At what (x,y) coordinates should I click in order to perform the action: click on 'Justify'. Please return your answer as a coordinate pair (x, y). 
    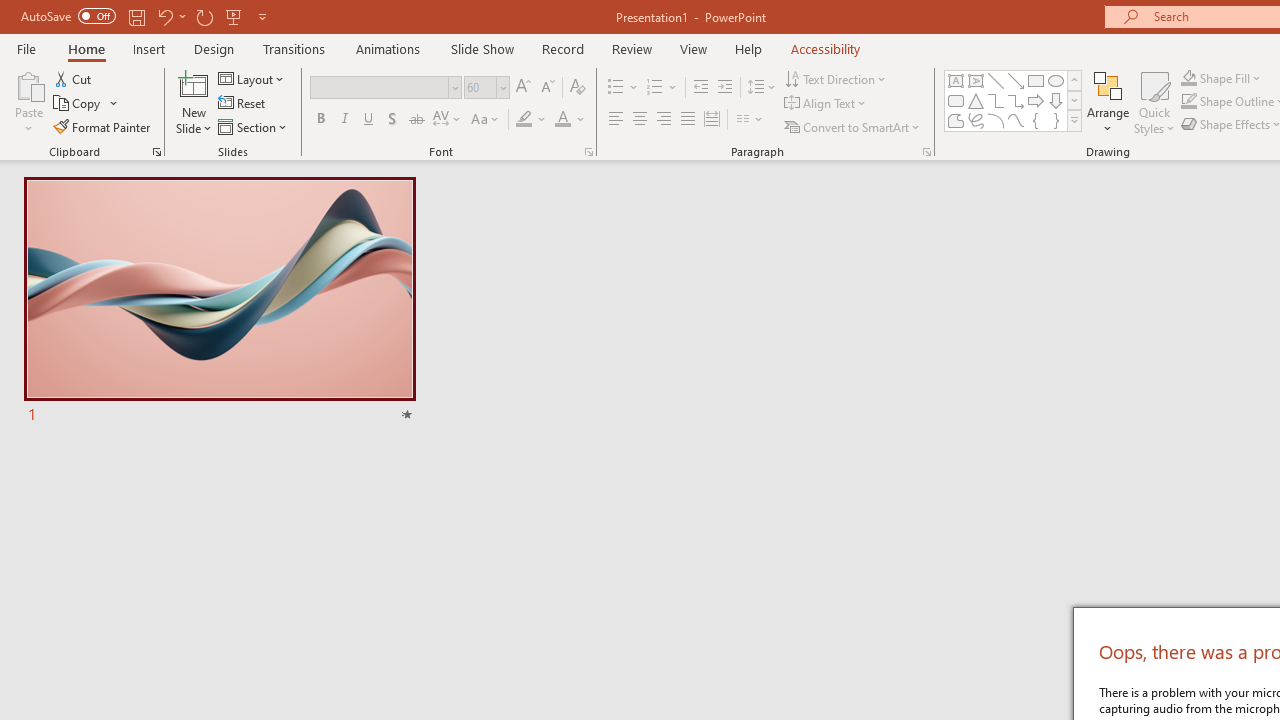
    Looking at the image, I should click on (688, 119).